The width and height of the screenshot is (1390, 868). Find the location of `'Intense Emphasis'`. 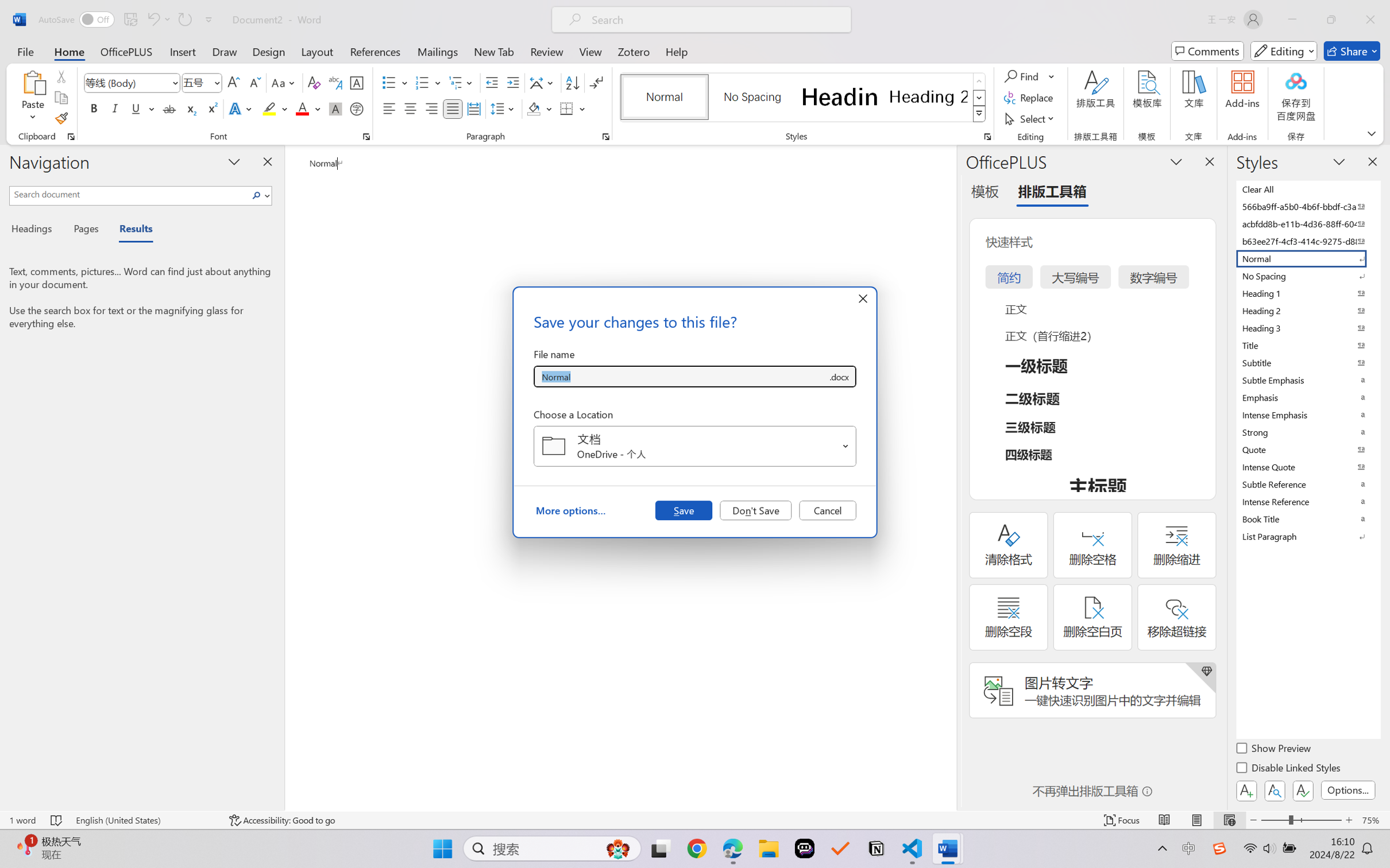

'Intense Emphasis' is located at coordinates (1307, 414).